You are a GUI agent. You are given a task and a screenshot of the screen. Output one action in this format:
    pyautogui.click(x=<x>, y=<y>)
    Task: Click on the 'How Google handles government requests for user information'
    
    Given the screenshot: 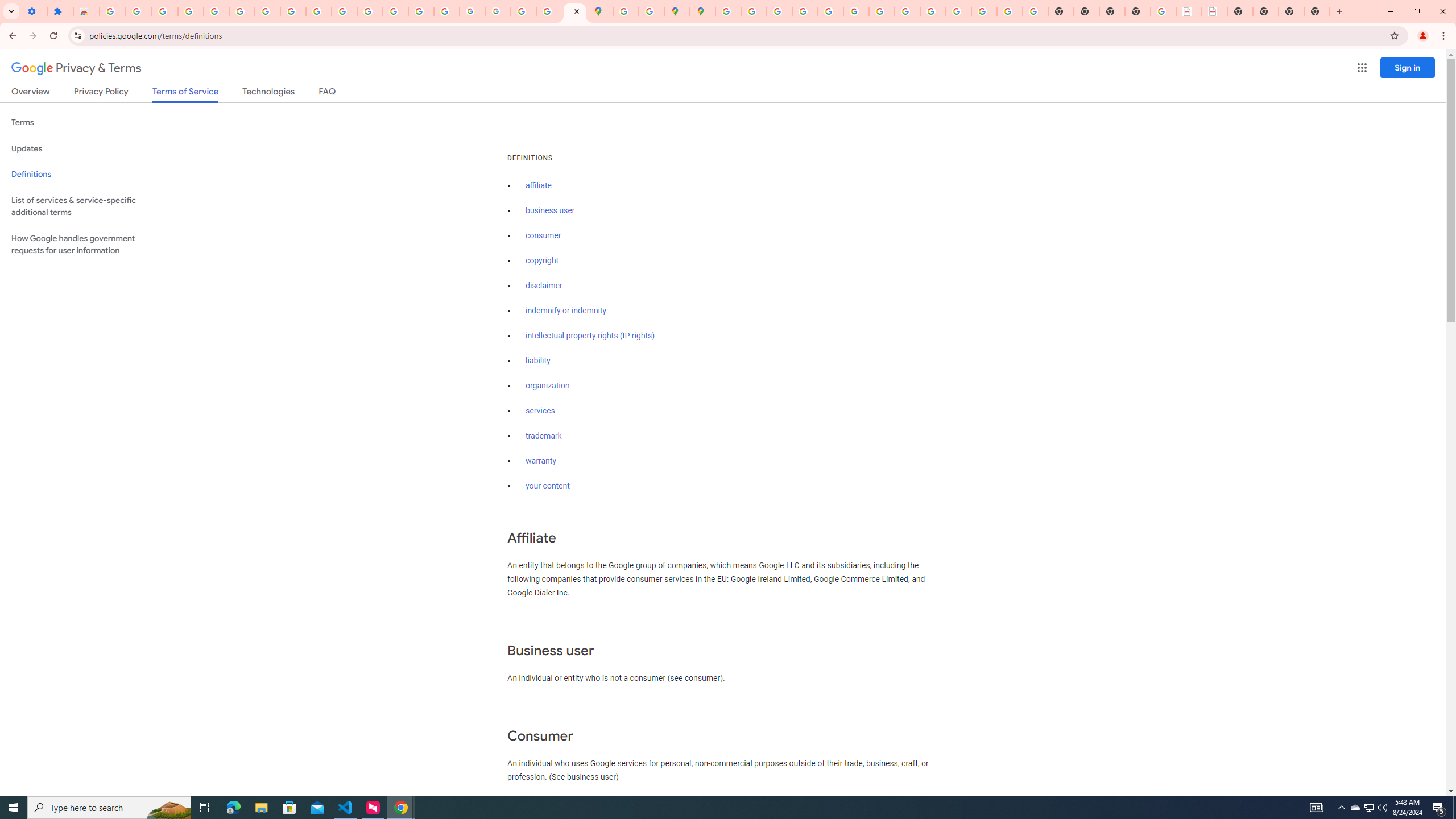 What is the action you would take?
    pyautogui.click(x=86, y=243)
    